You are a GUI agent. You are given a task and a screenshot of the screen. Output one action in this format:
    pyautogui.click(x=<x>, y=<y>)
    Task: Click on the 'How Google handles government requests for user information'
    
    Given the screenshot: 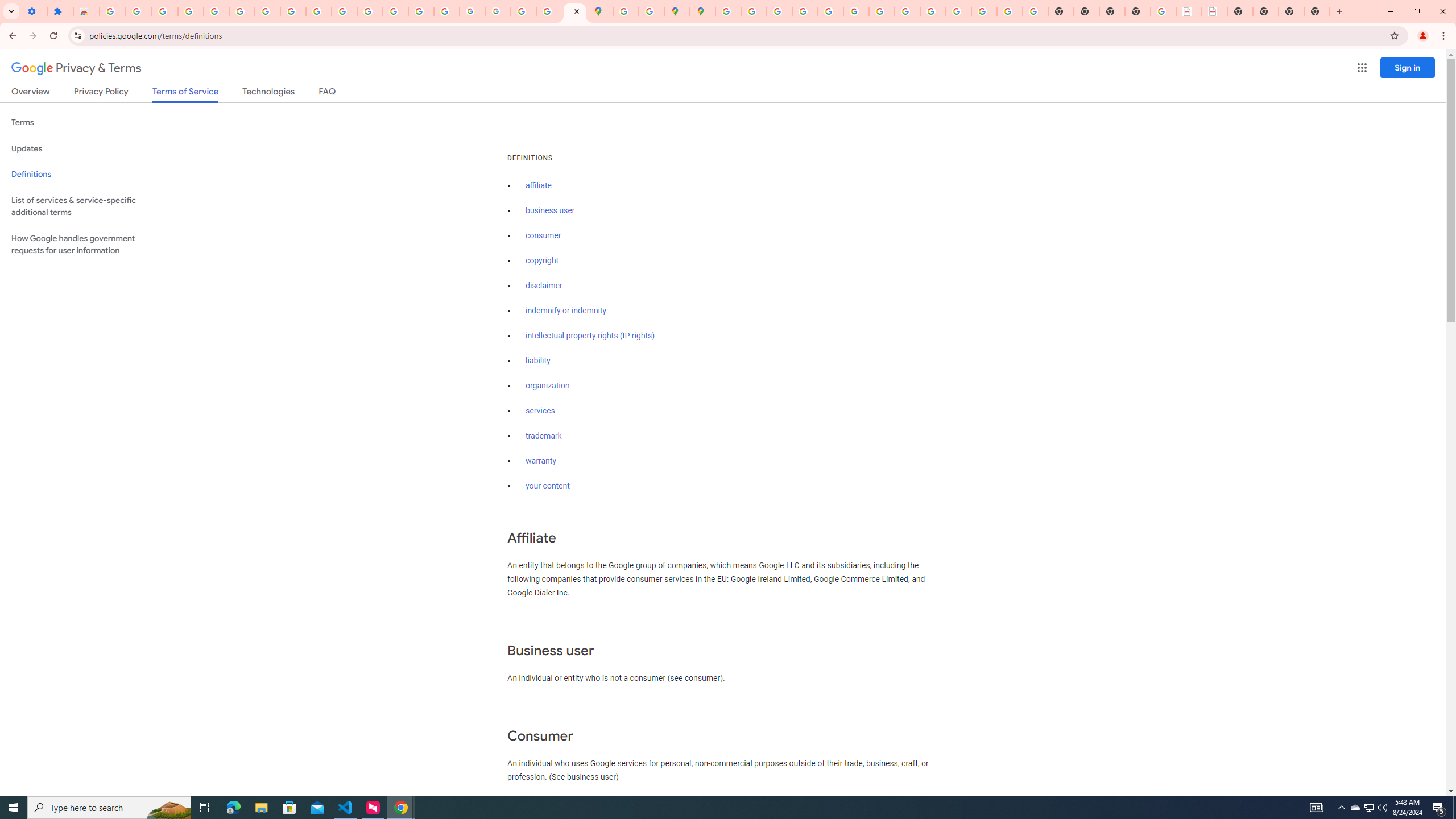 What is the action you would take?
    pyautogui.click(x=86, y=243)
    